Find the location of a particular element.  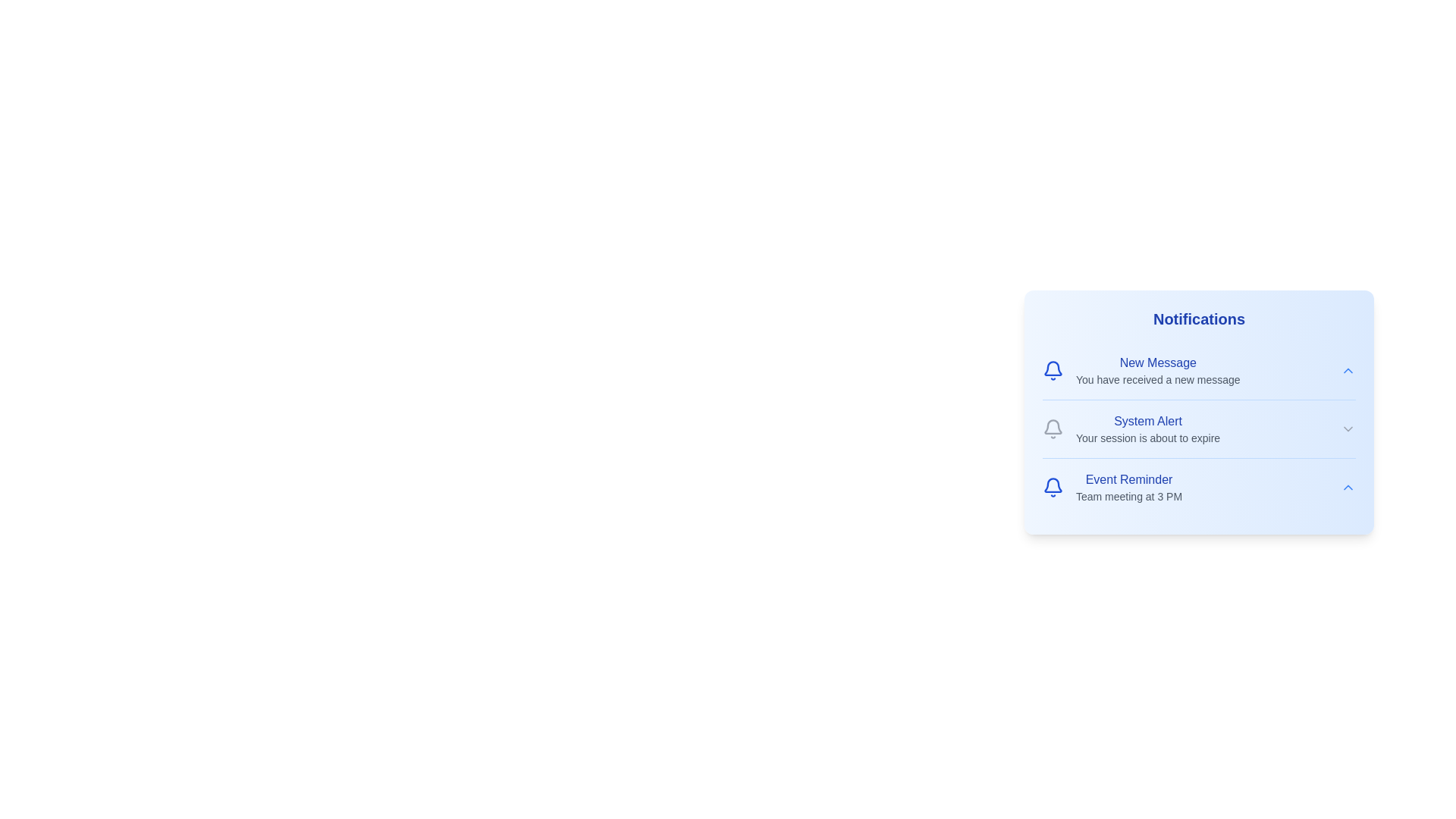

the notification icon for New Message is located at coordinates (1052, 371).